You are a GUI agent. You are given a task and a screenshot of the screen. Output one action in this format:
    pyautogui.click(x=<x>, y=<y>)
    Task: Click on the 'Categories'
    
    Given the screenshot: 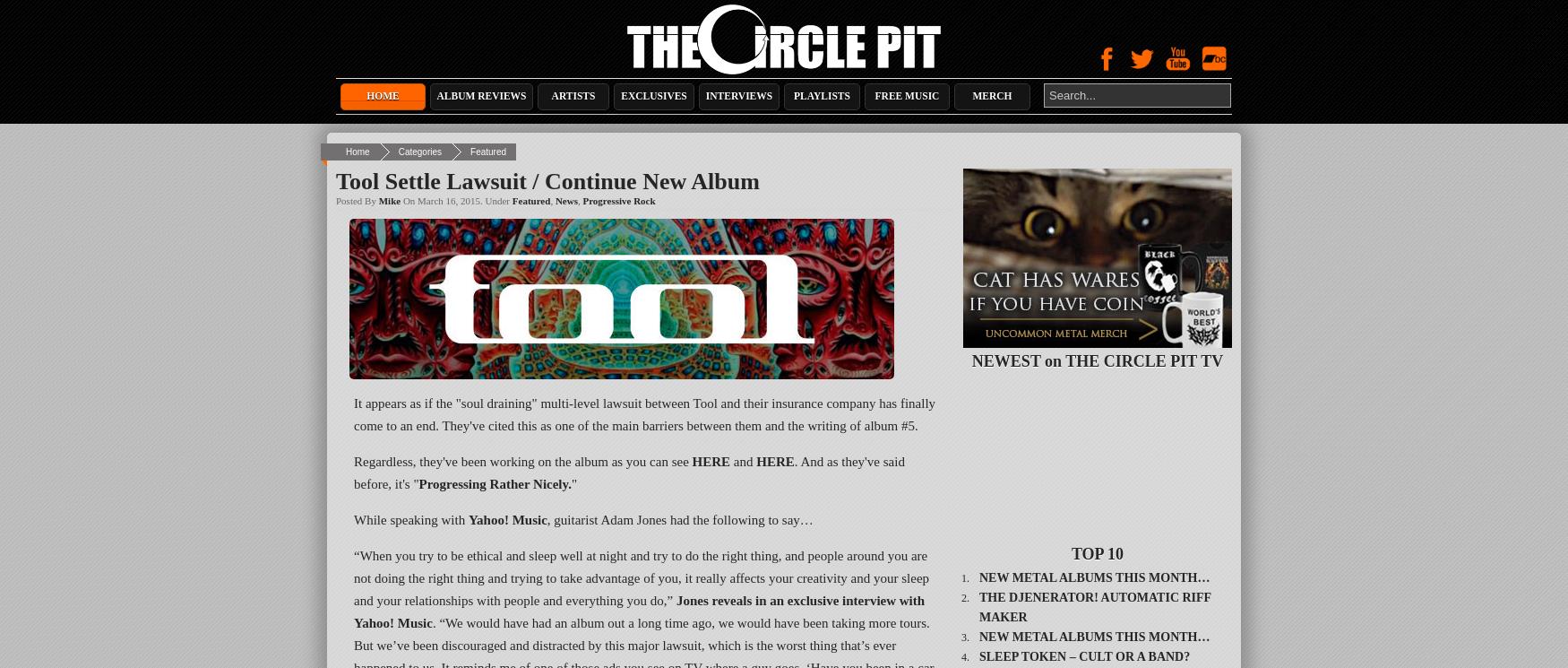 What is the action you would take?
    pyautogui.click(x=397, y=152)
    